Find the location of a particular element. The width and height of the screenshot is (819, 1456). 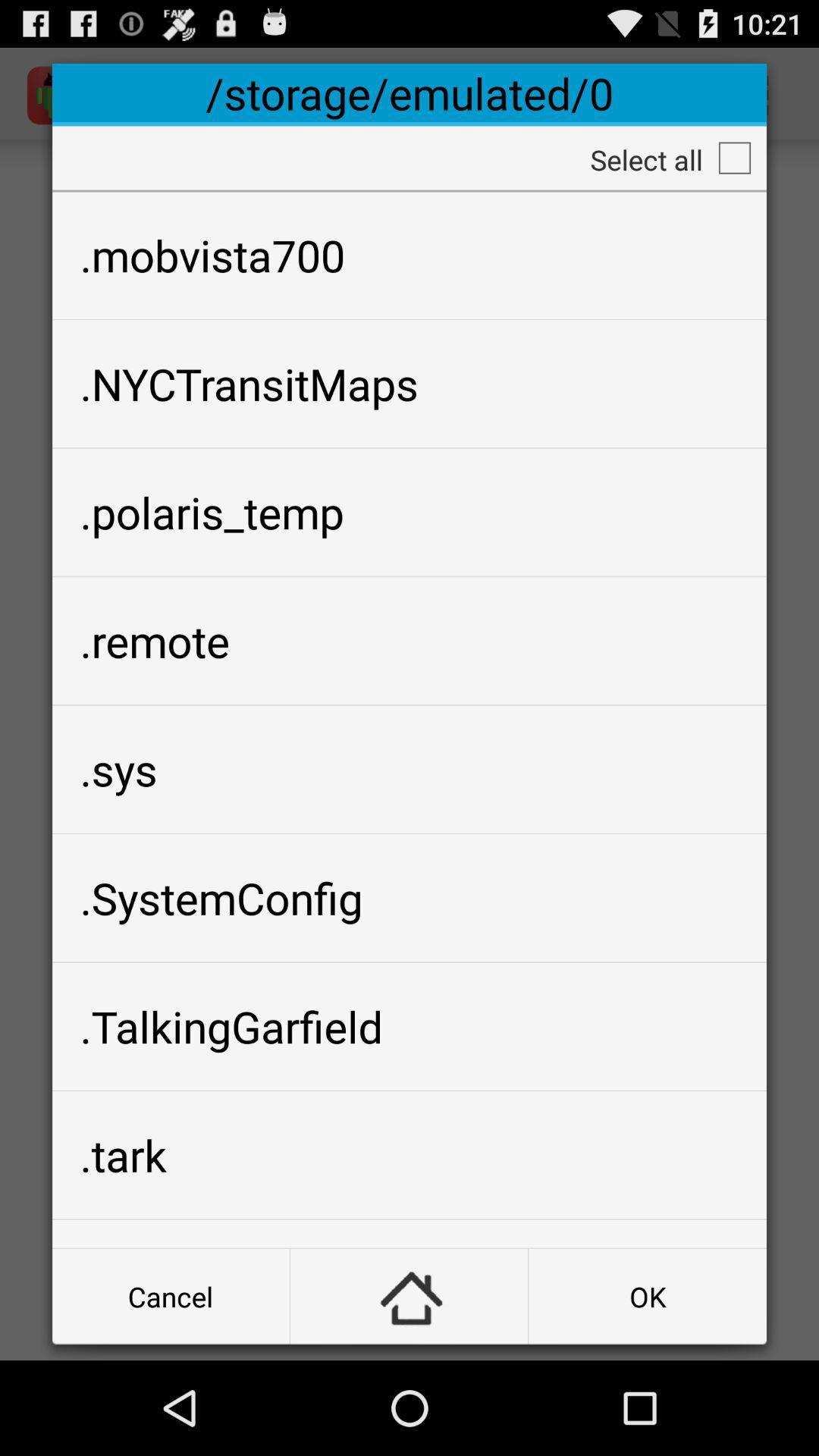

app below the .polaris_temp item is located at coordinates (409, 641).